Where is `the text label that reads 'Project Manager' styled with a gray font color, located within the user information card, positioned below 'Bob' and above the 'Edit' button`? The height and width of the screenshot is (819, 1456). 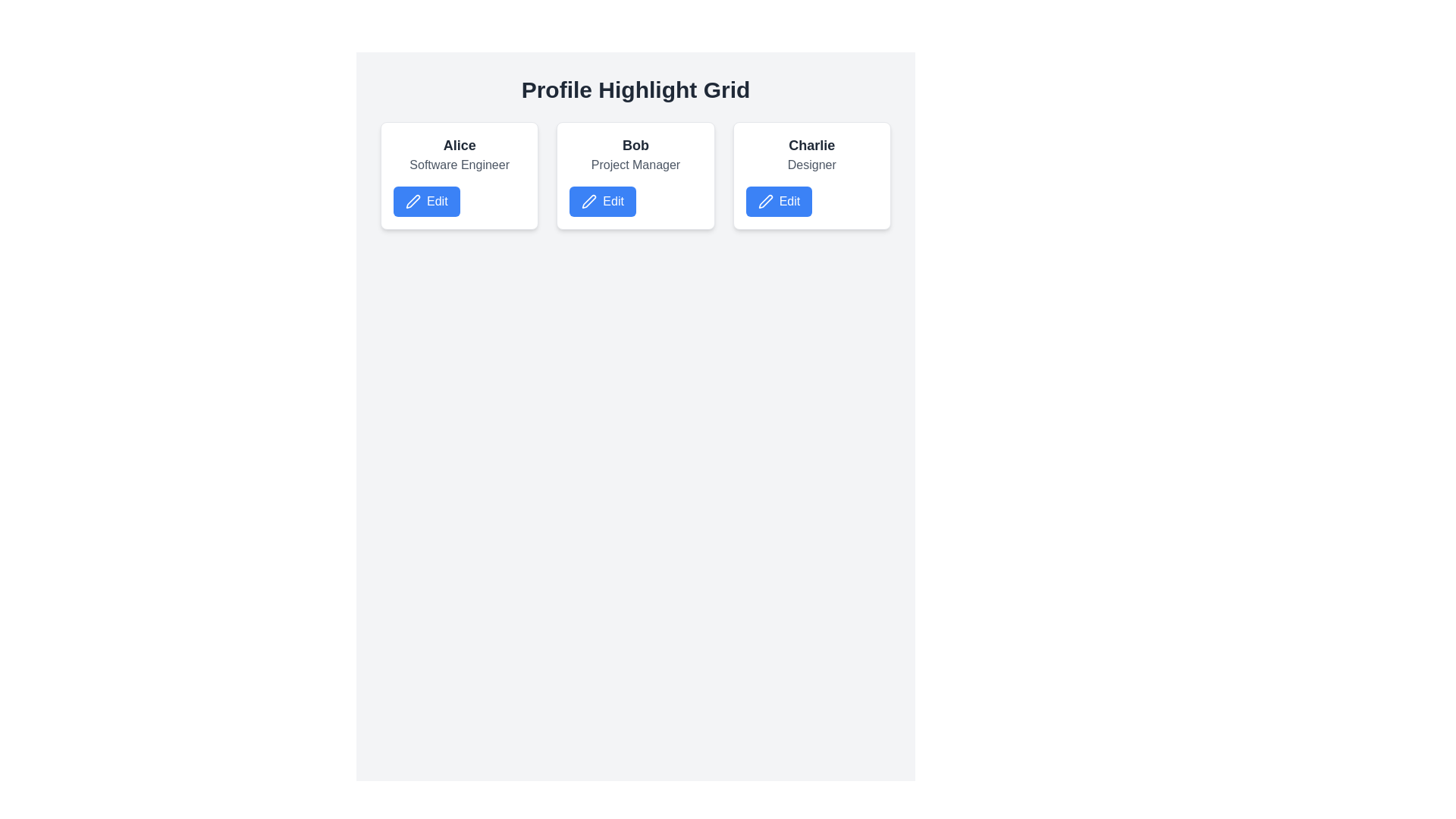
the text label that reads 'Project Manager' styled with a gray font color, located within the user information card, positioned below 'Bob' and above the 'Edit' button is located at coordinates (635, 165).